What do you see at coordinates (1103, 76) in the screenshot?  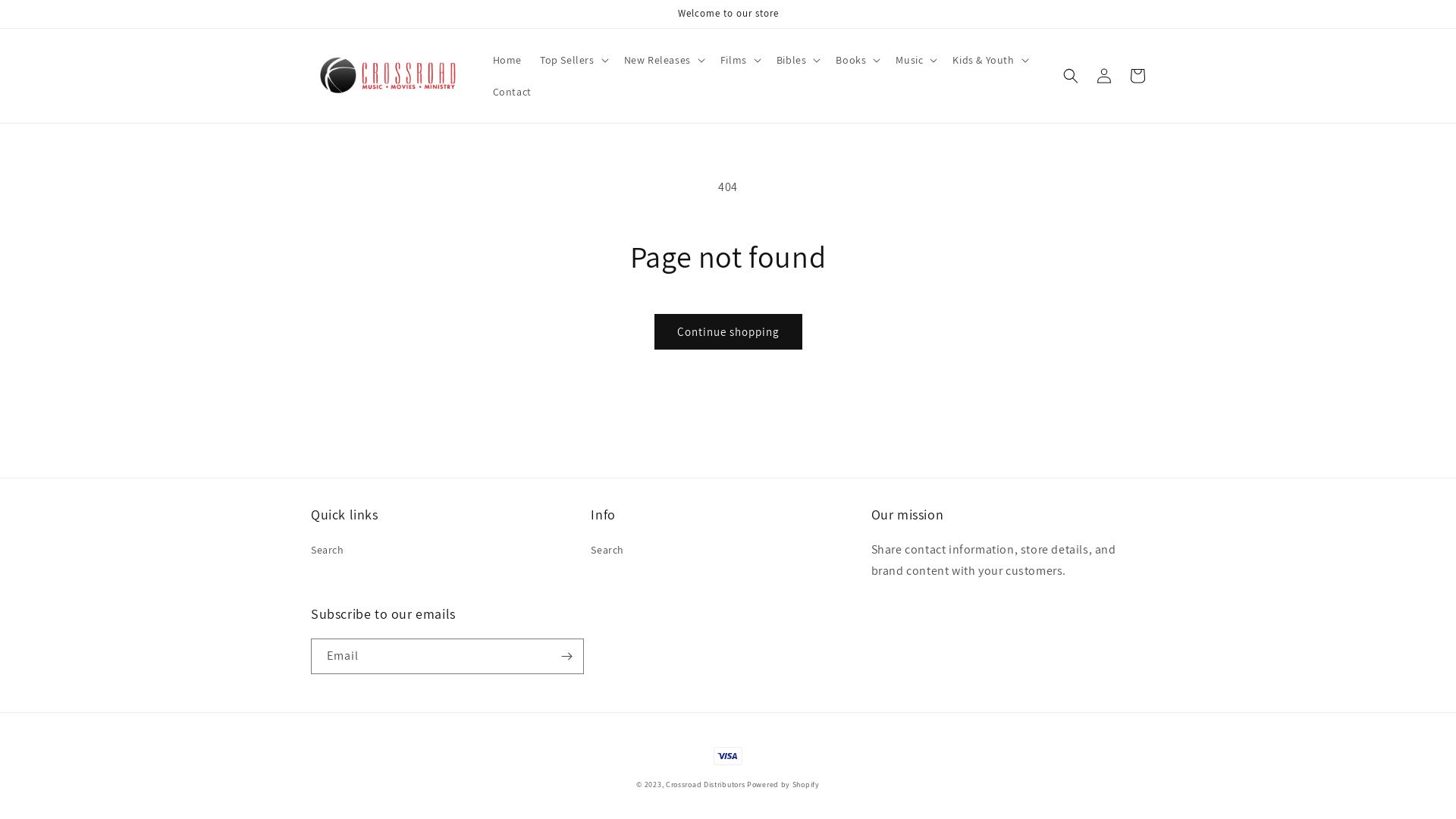 I see `'Log in'` at bounding box center [1103, 76].